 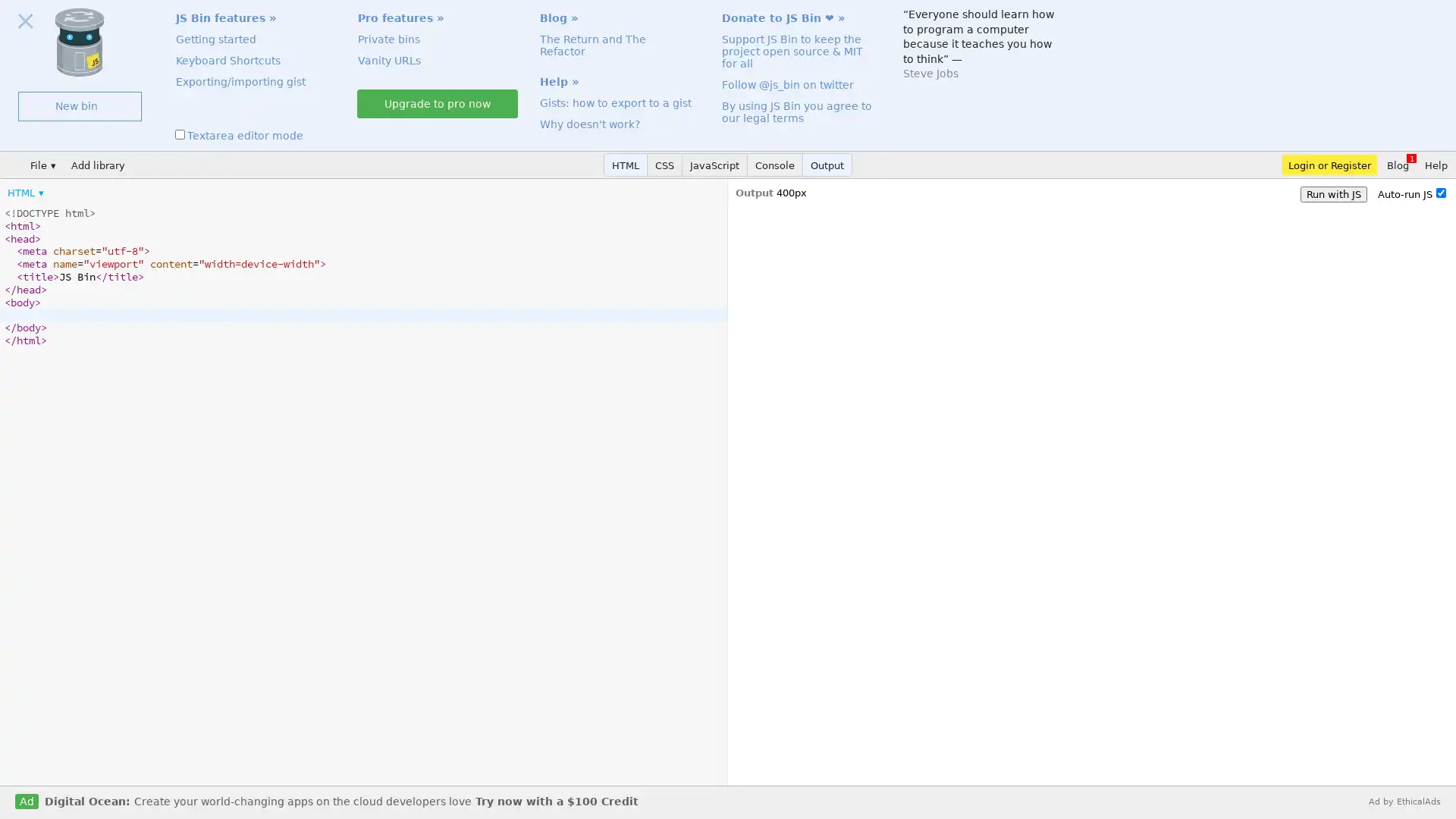 I want to click on Console Panel: Inactive, so click(x=775, y=165).